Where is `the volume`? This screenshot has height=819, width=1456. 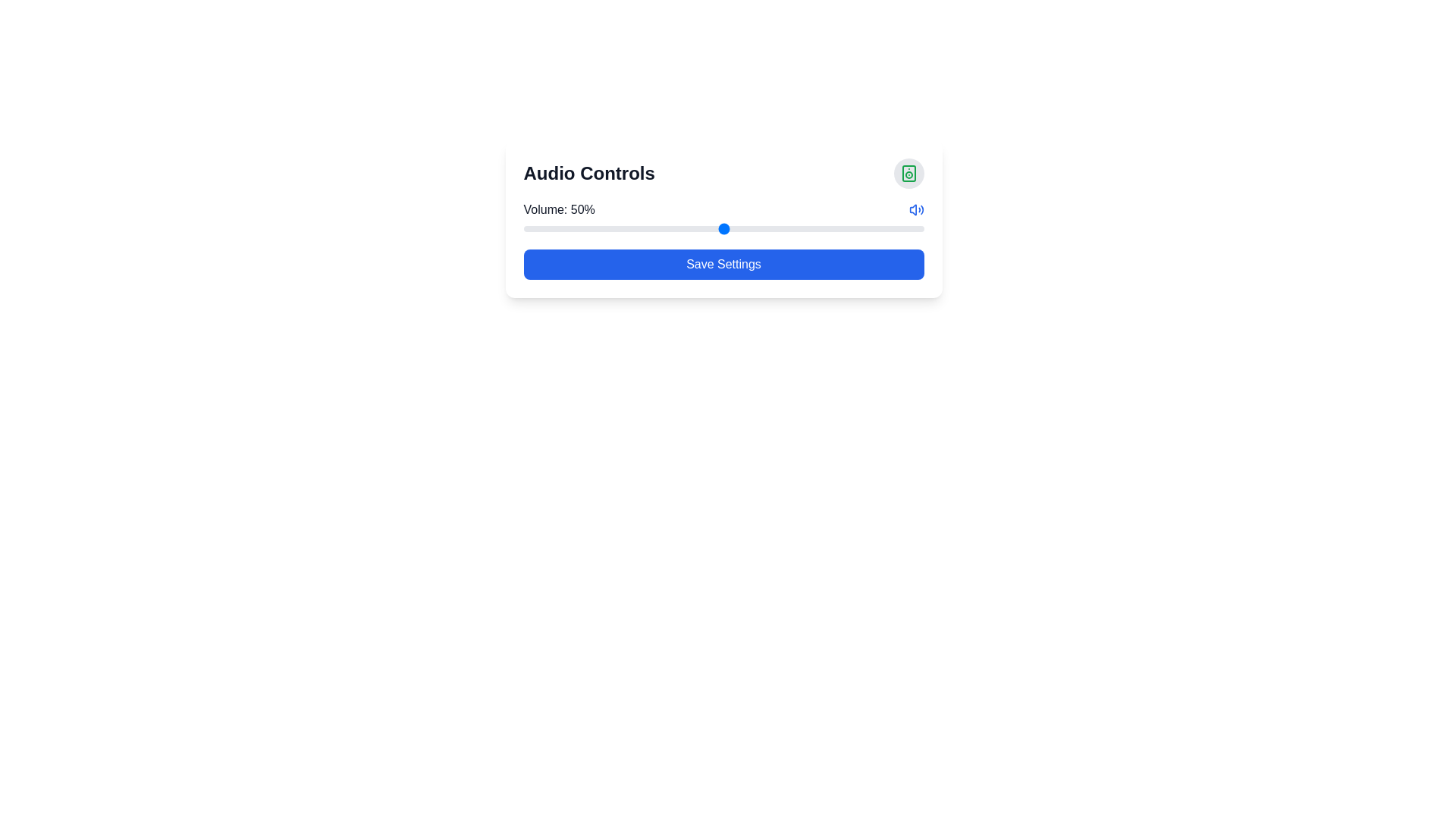
the volume is located at coordinates (639, 228).